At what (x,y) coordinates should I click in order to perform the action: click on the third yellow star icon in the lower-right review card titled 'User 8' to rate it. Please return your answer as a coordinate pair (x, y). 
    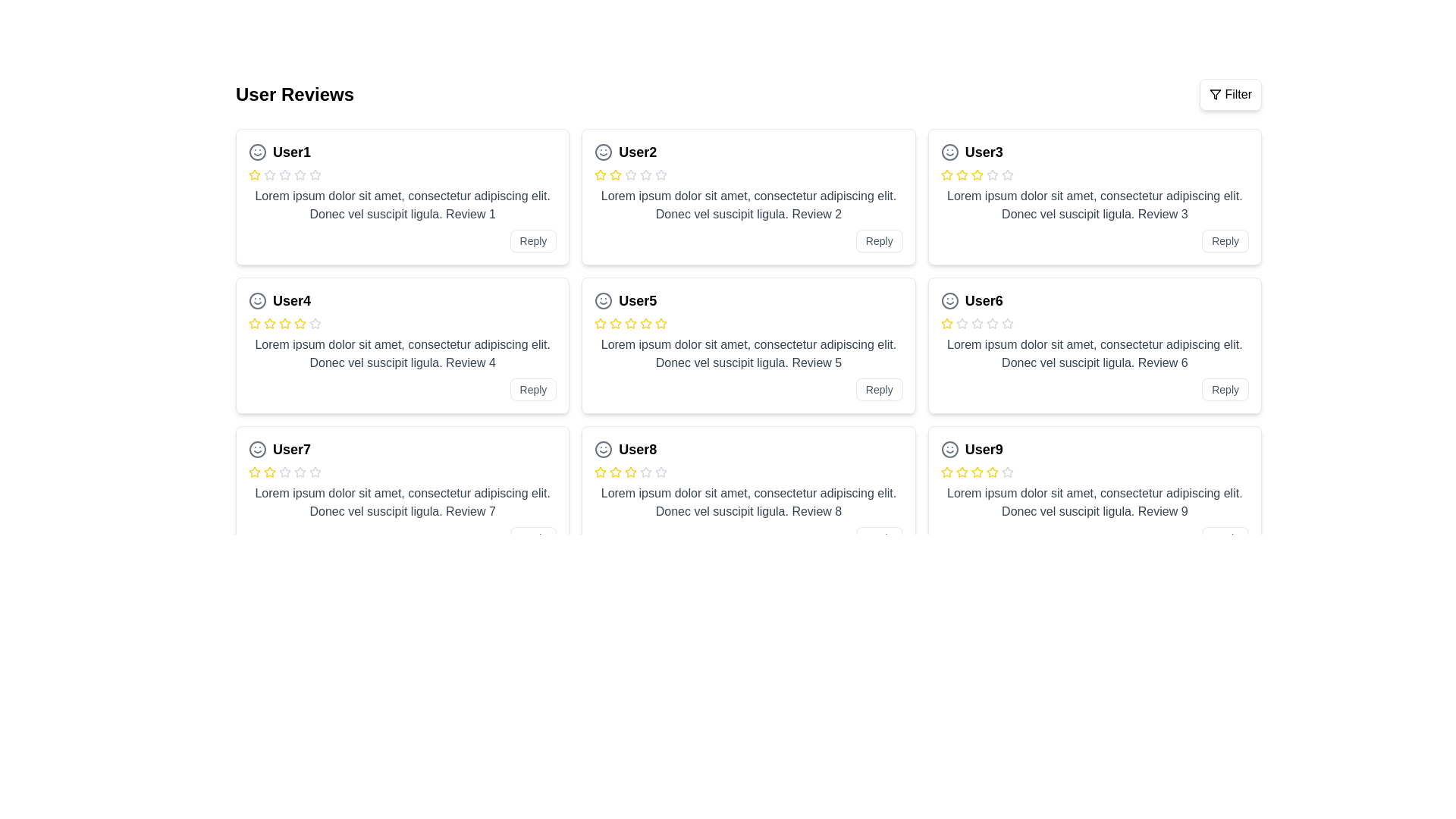
    Looking at the image, I should click on (600, 471).